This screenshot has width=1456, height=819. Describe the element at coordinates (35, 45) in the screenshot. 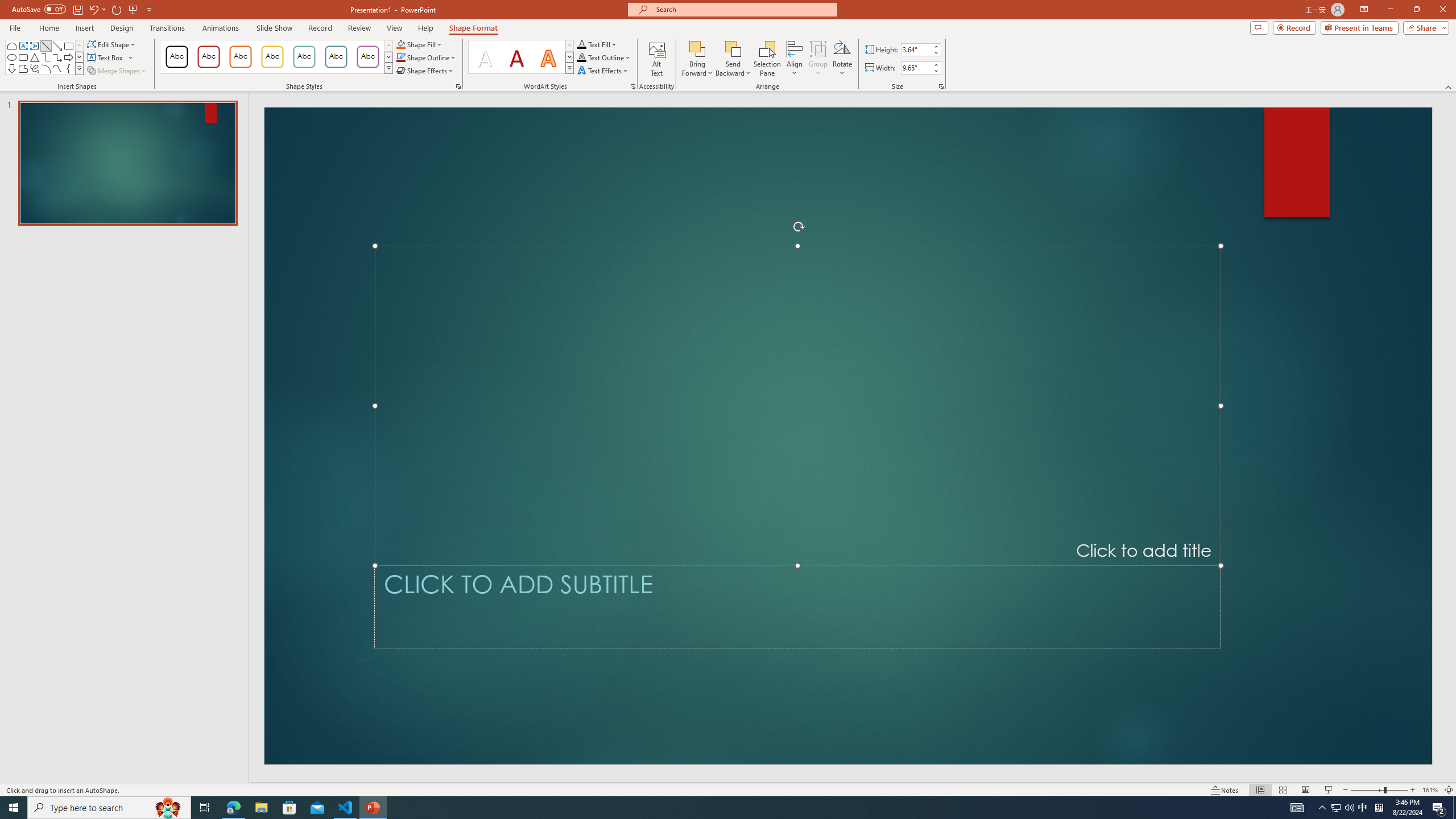

I see `'Vertical Text Box'` at that location.